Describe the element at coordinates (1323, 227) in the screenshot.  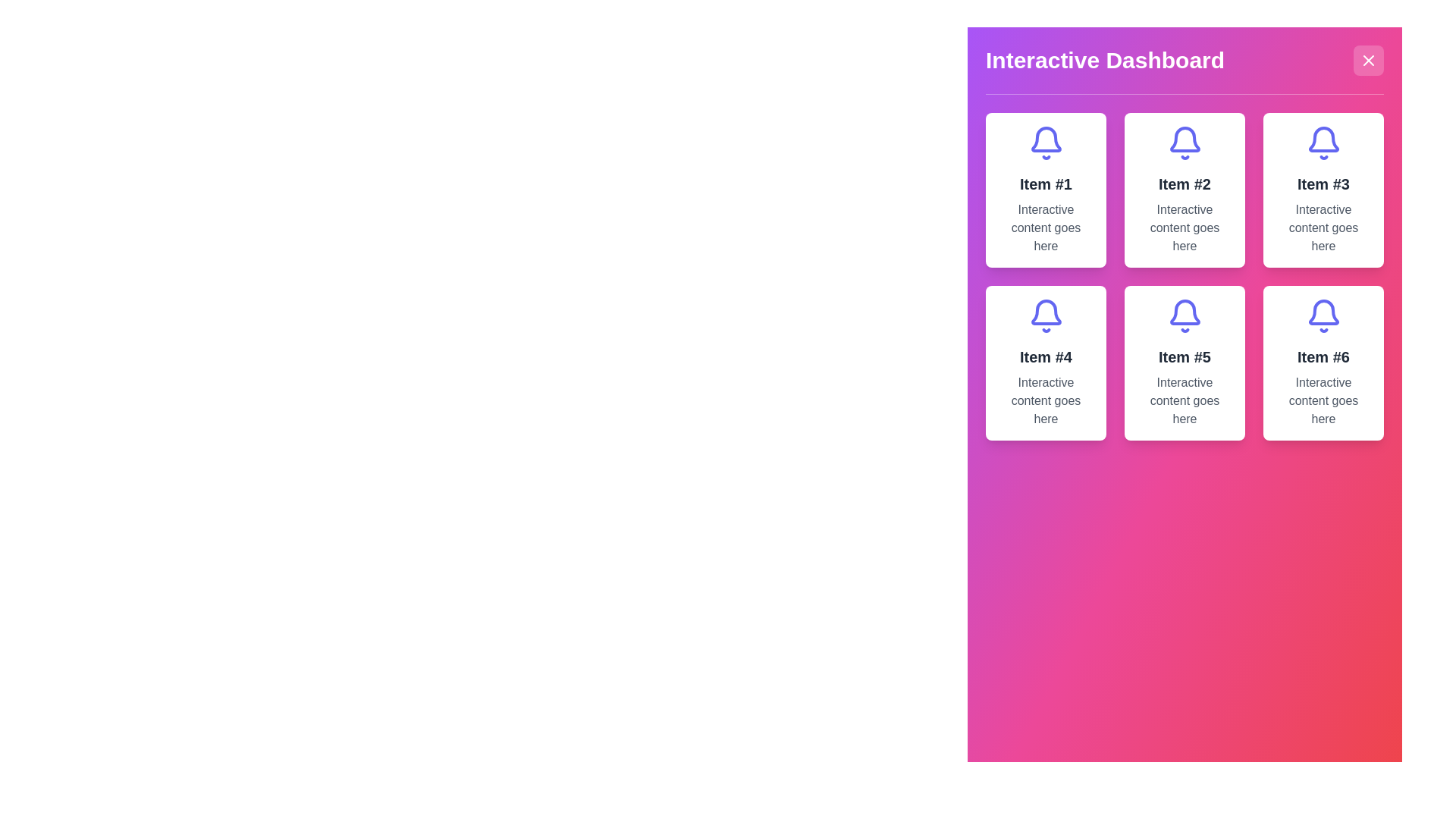
I see `the static text element indicating 'Item #3', which is located beneath the title in the top-right corner of the grid display` at that location.